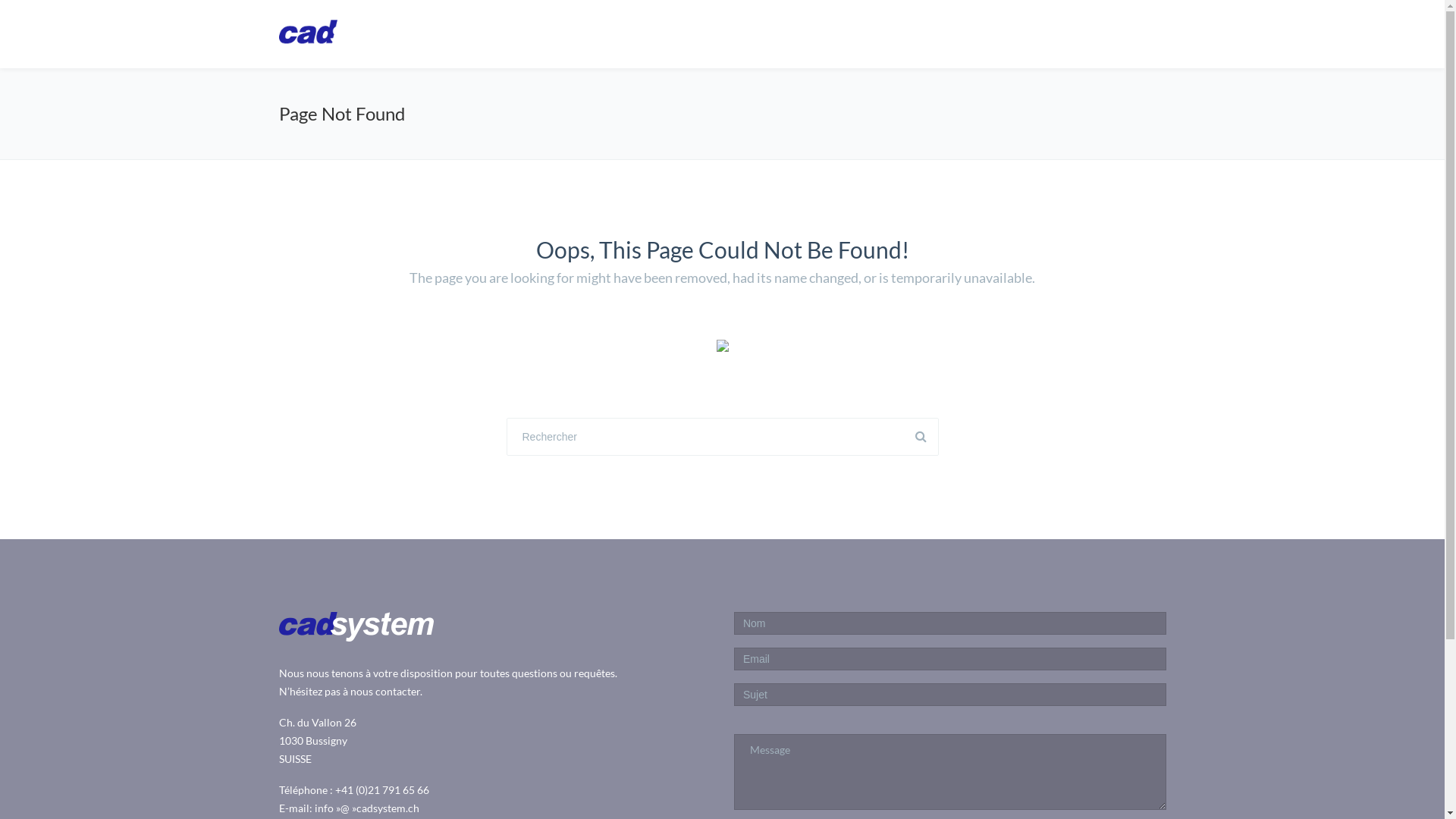 The height and width of the screenshot is (819, 1456). I want to click on 'Autodesk', so click(866, 33).